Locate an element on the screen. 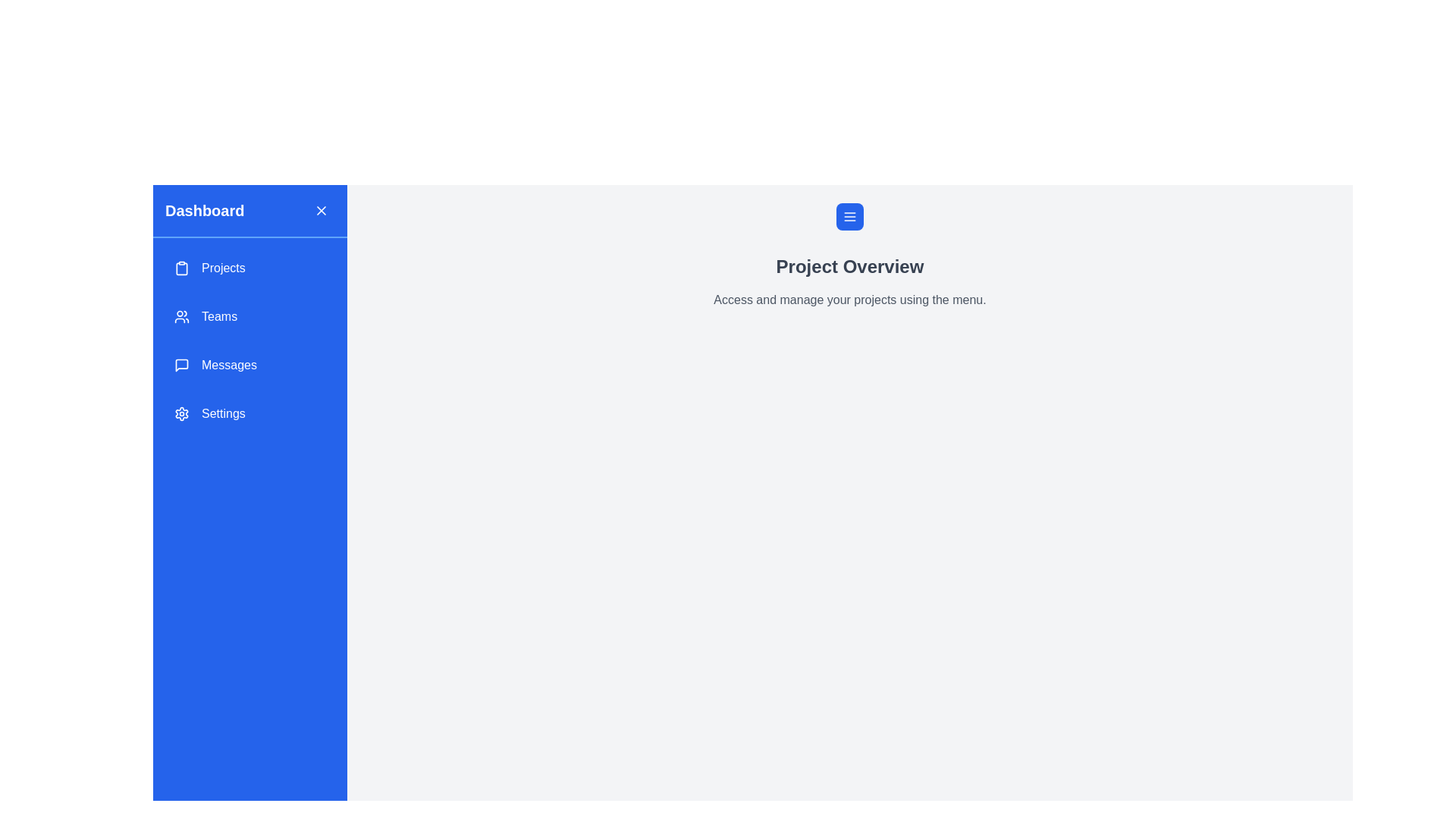 This screenshot has height=819, width=1456. the circular blue button with an 'X' icon located at the top-right part of the sidebar header to change its background color is located at coordinates (320, 210).